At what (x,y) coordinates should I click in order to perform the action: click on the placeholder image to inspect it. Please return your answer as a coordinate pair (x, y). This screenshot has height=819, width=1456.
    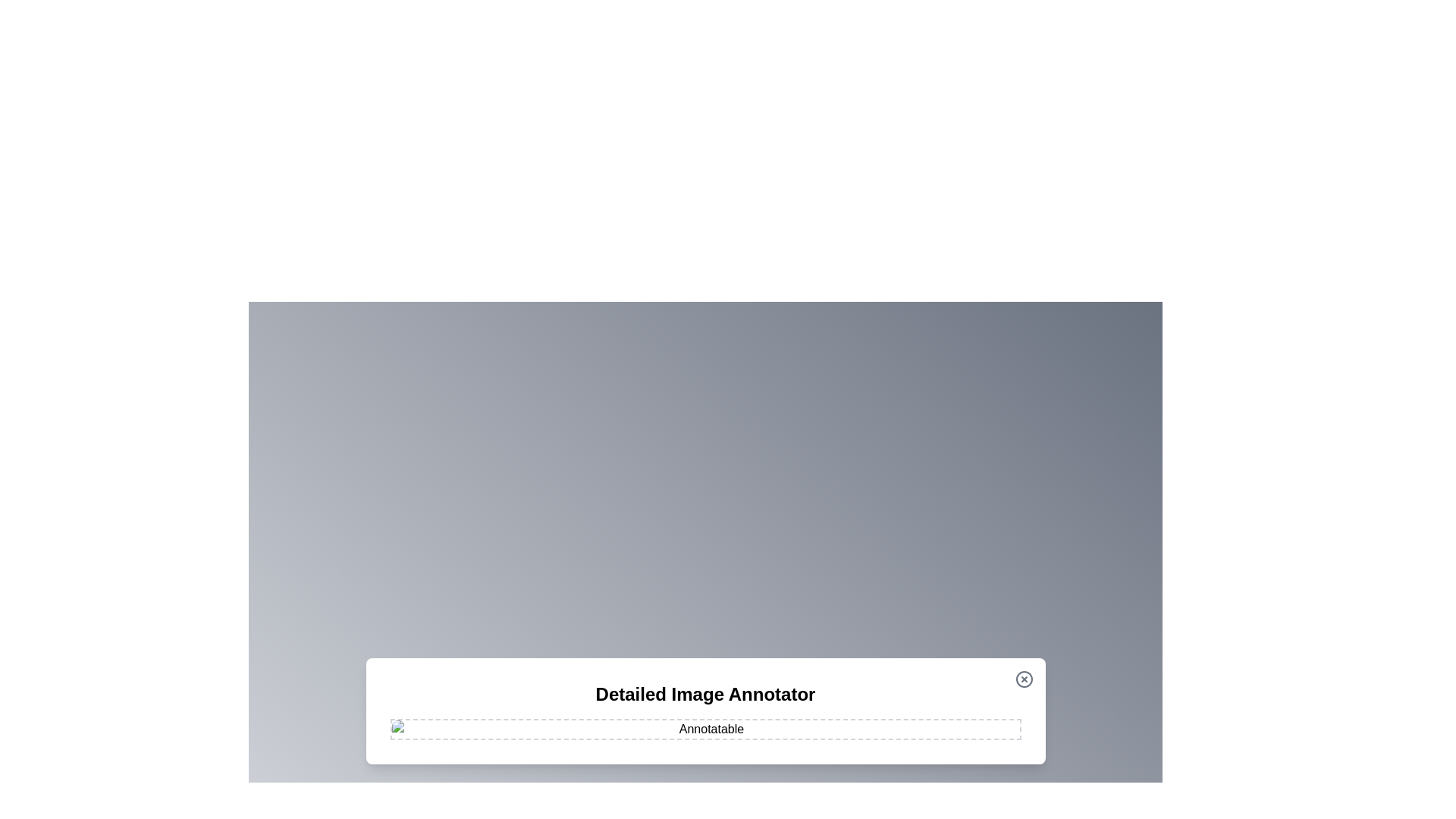
    Looking at the image, I should click on (704, 728).